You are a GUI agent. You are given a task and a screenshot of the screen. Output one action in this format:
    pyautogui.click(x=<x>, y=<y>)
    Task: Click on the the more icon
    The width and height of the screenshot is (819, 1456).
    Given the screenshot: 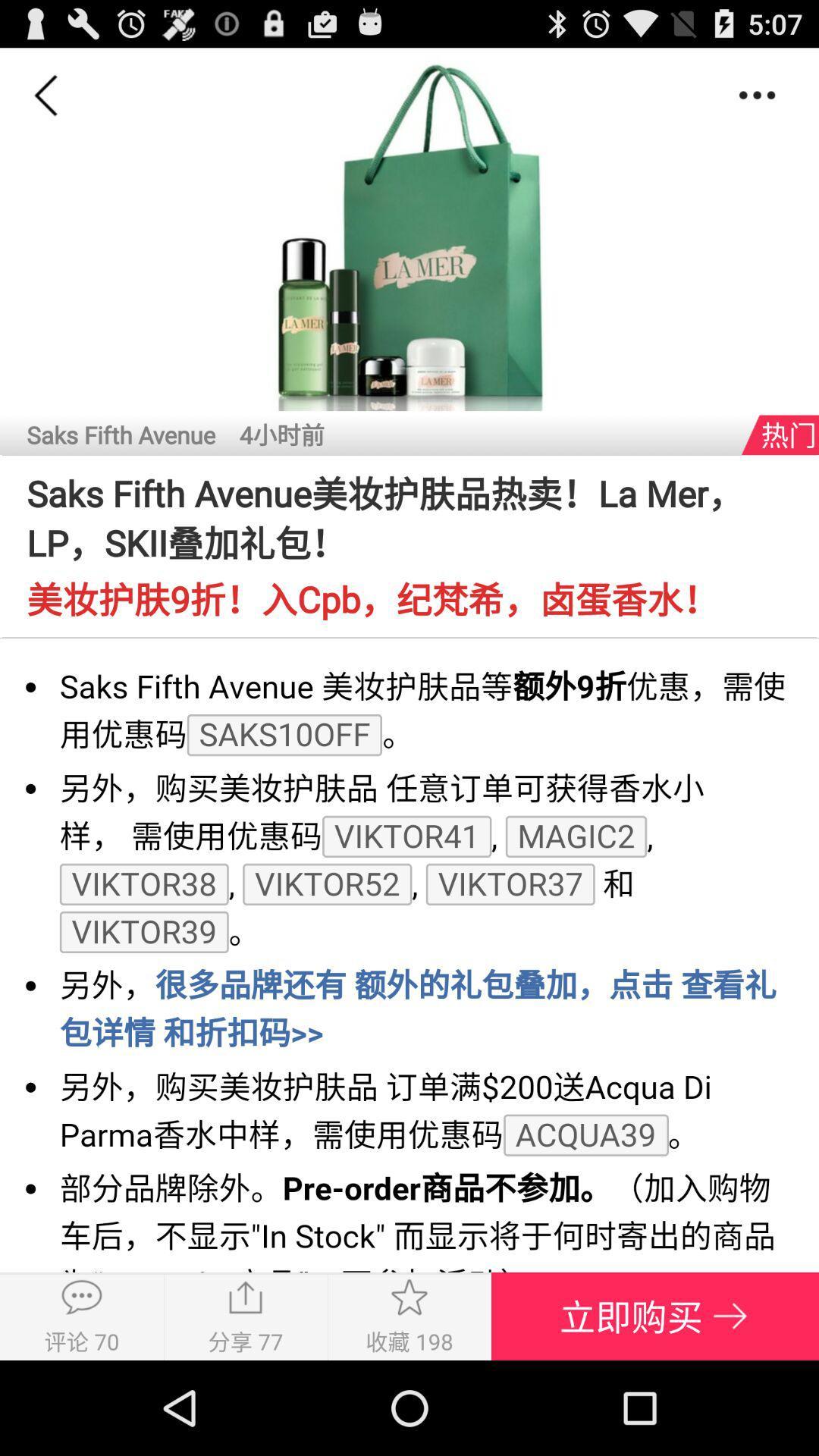 What is the action you would take?
    pyautogui.click(x=757, y=101)
    